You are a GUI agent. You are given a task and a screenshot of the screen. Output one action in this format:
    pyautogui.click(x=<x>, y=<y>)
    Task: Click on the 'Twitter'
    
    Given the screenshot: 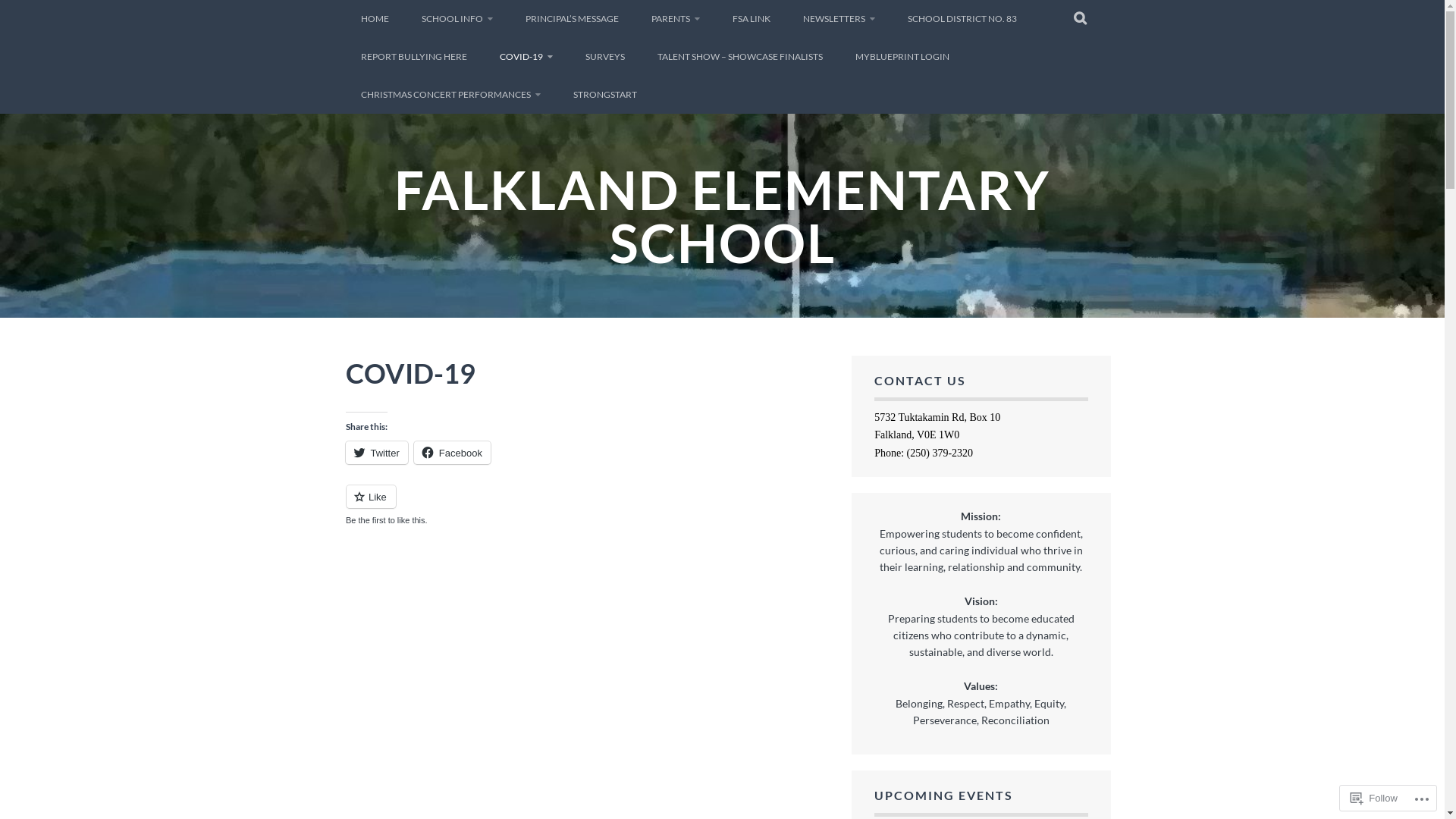 What is the action you would take?
    pyautogui.click(x=377, y=452)
    